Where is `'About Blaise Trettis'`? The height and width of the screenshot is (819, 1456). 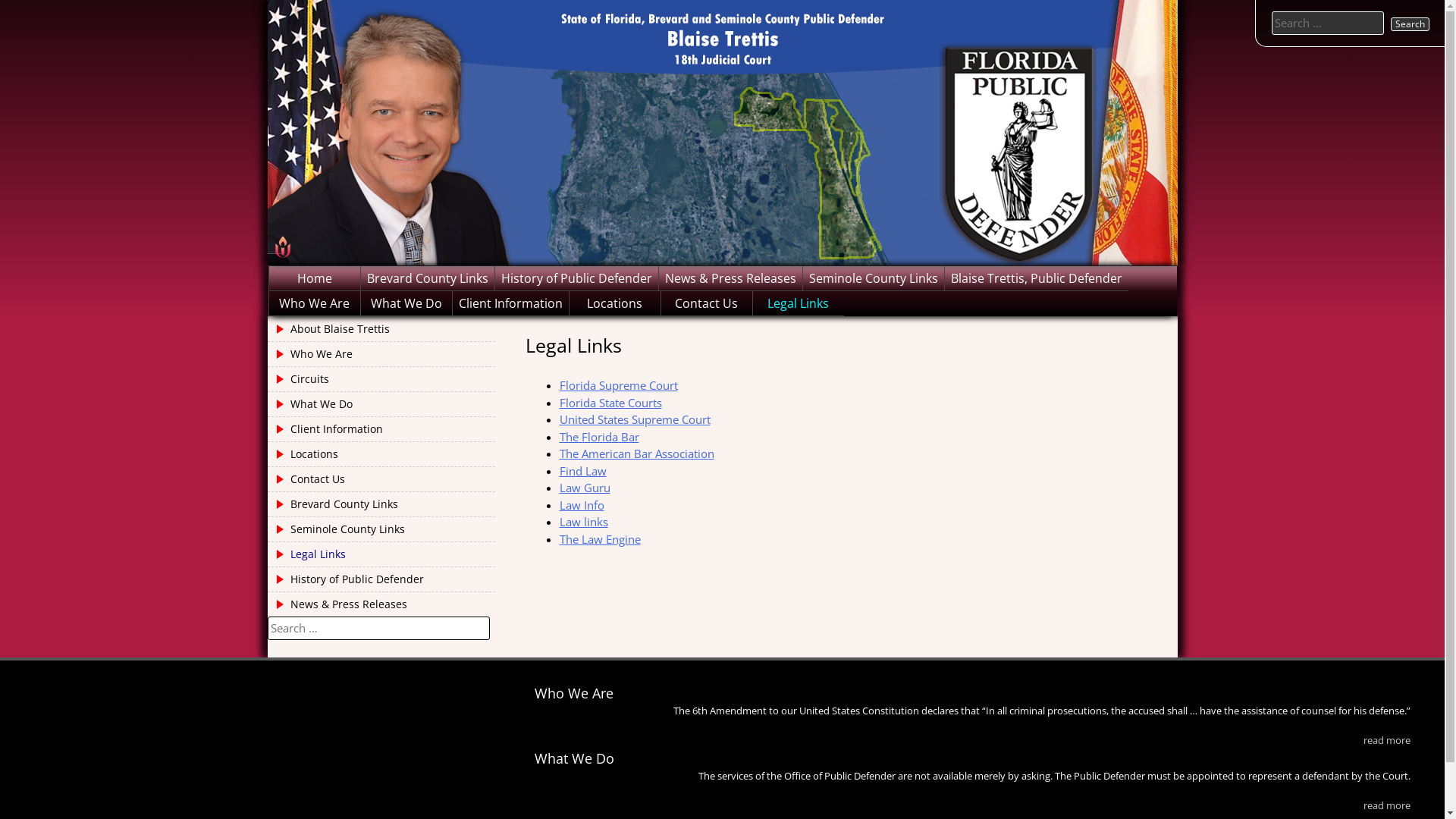
'About Blaise Trettis' is located at coordinates (381, 328).